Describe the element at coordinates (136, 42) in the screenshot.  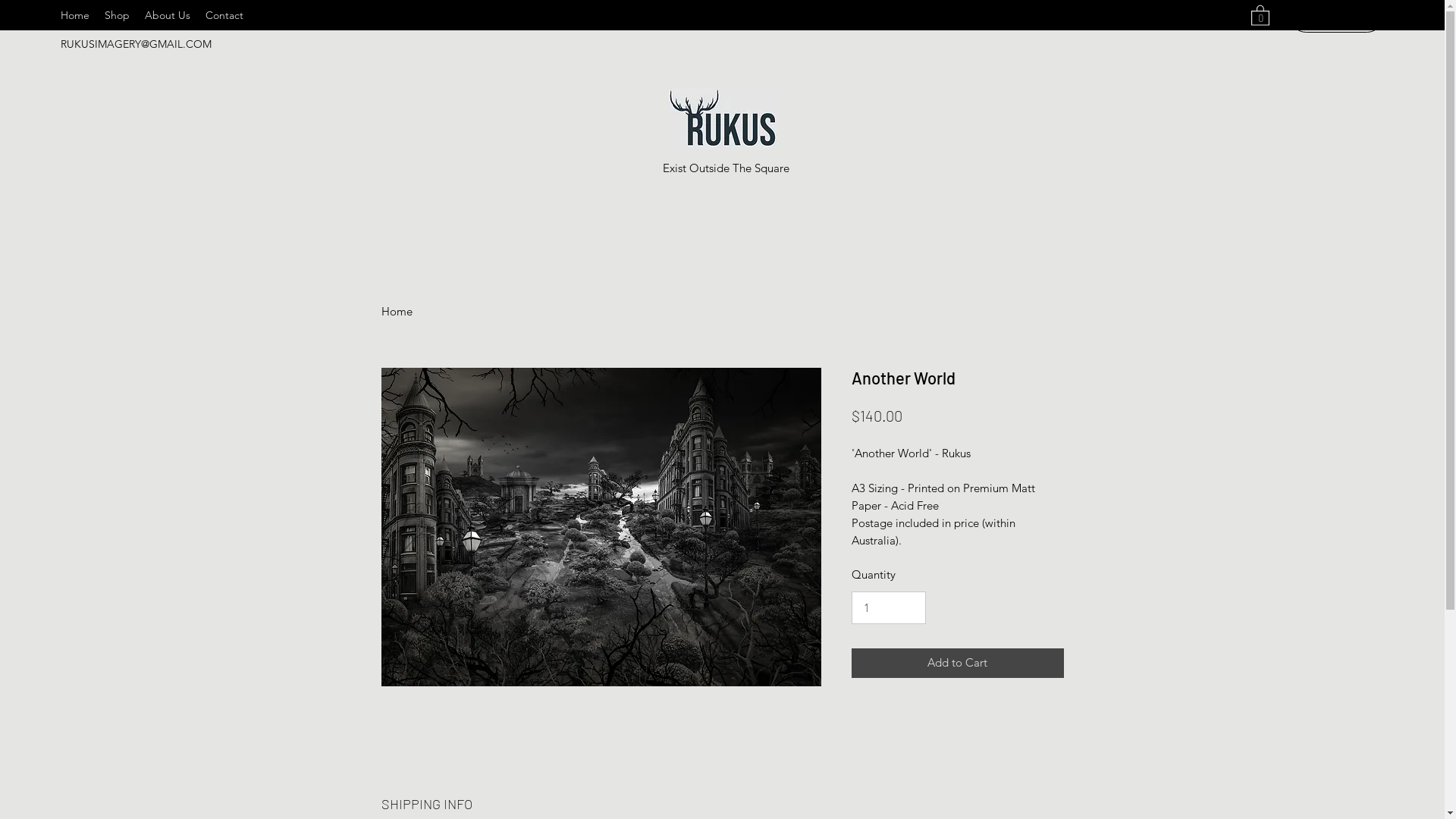
I see `'RUKUSIMAGERY@GMAIL.COM'` at that location.